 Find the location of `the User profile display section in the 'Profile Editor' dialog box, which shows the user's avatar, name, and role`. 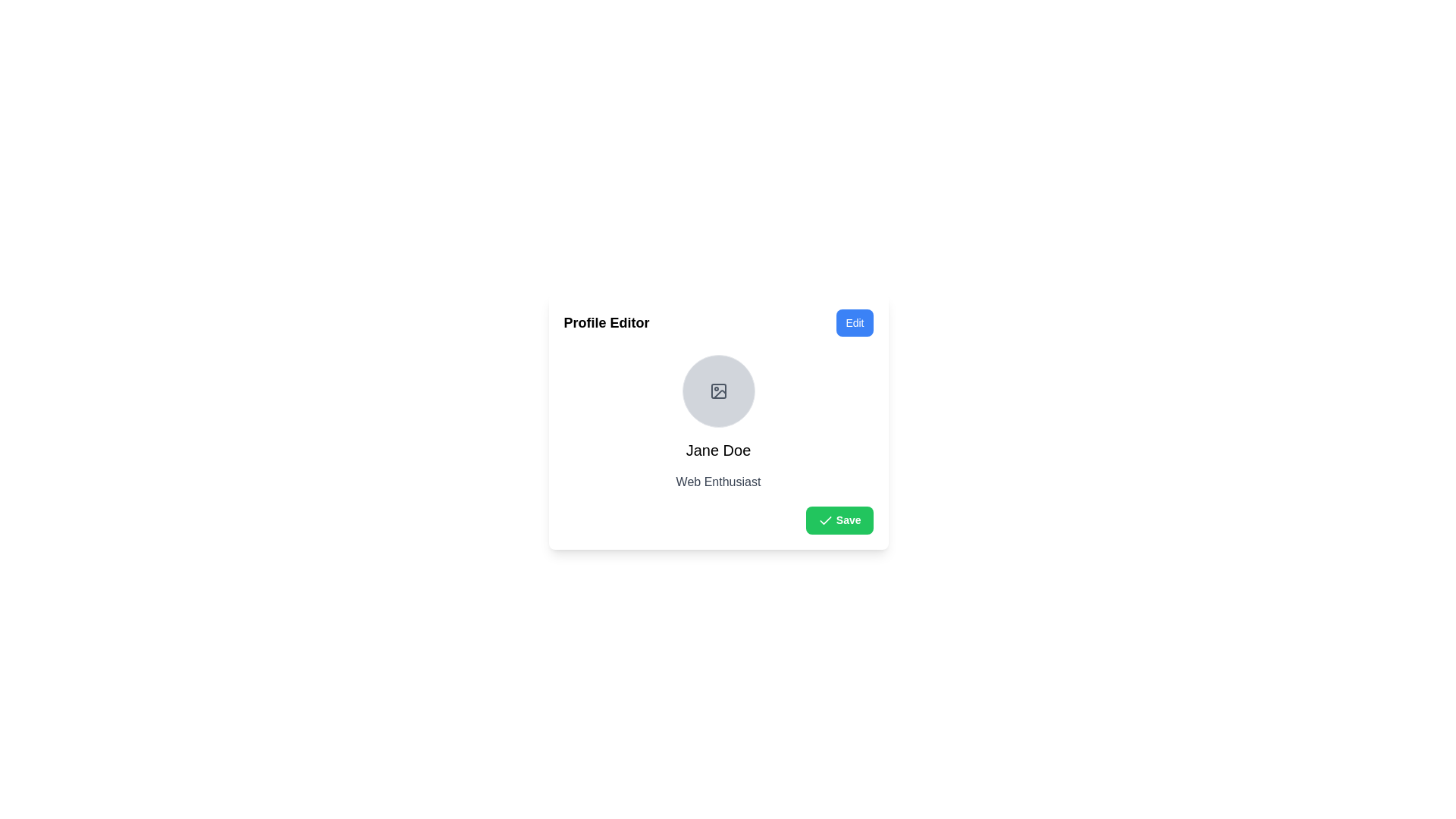

the User profile display section in the 'Profile Editor' dialog box, which shows the user's avatar, name, and role is located at coordinates (717, 423).